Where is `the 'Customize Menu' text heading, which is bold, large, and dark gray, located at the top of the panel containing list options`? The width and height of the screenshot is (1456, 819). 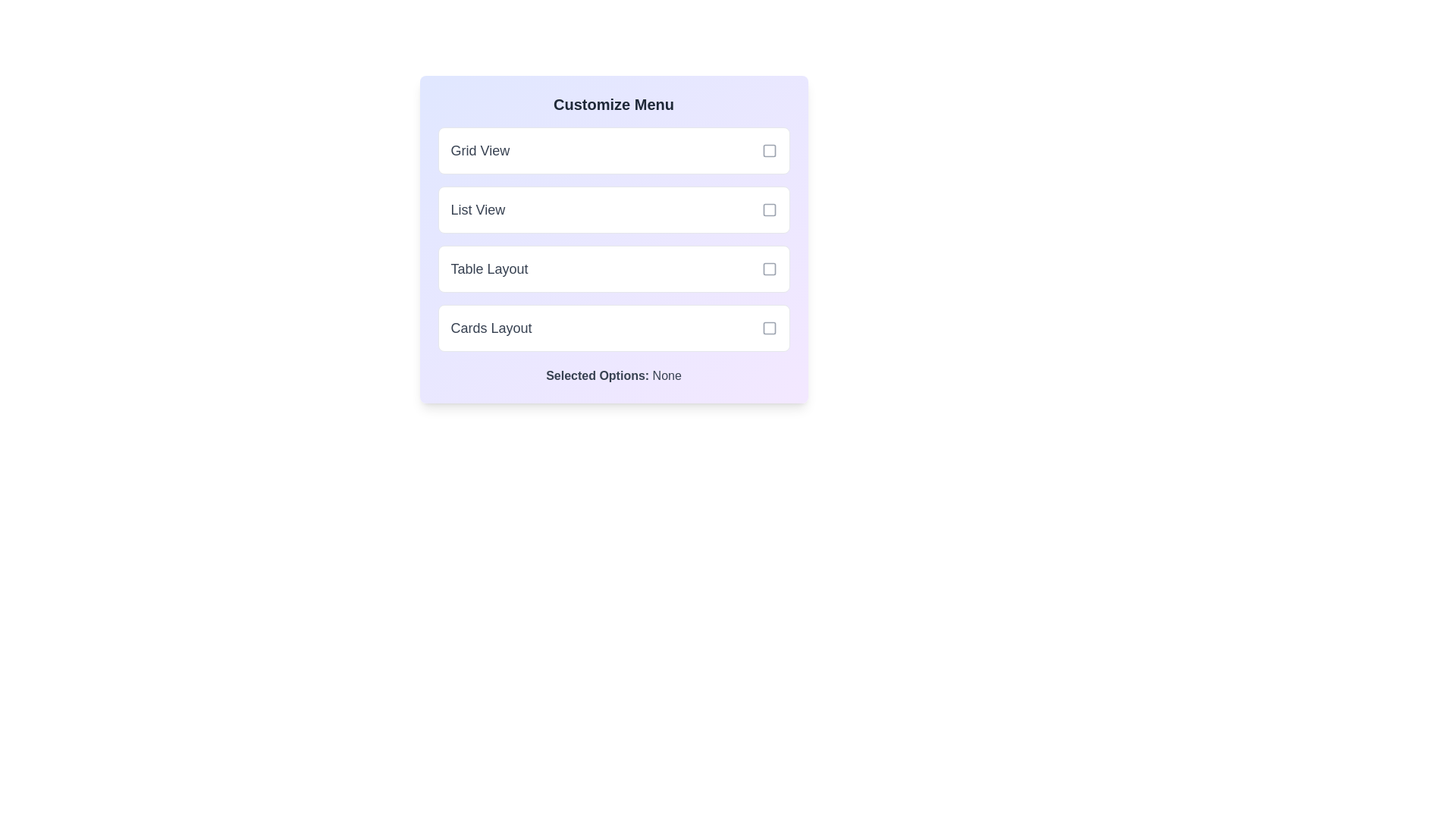 the 'Customize Menu' text heading, which is bold, large, and dark gray, located at the top of the panel containing list options is located at coordinates (613, 104).